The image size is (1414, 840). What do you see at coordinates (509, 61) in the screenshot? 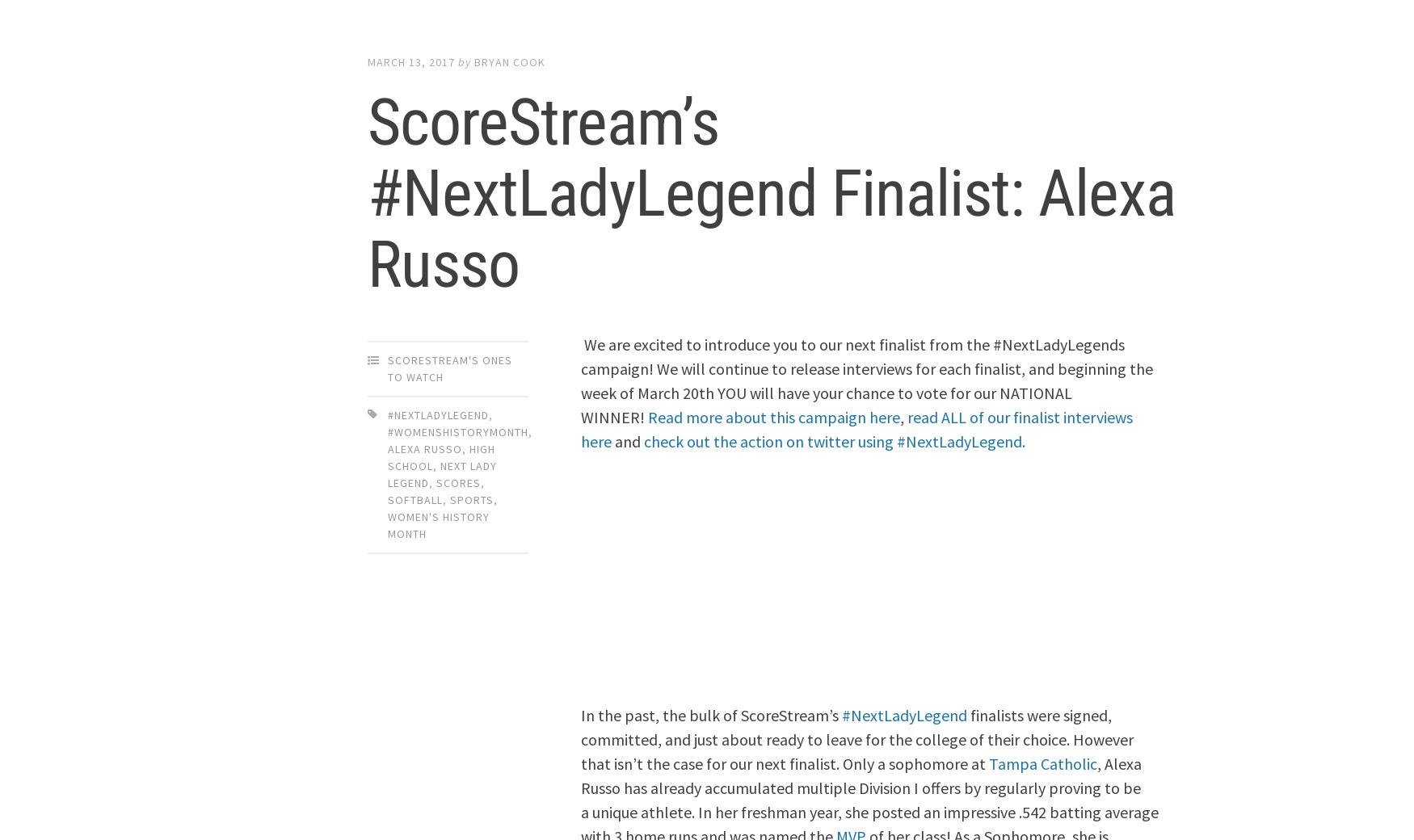
I see `'Bryan Cook'` at bounding box center [509, 61].